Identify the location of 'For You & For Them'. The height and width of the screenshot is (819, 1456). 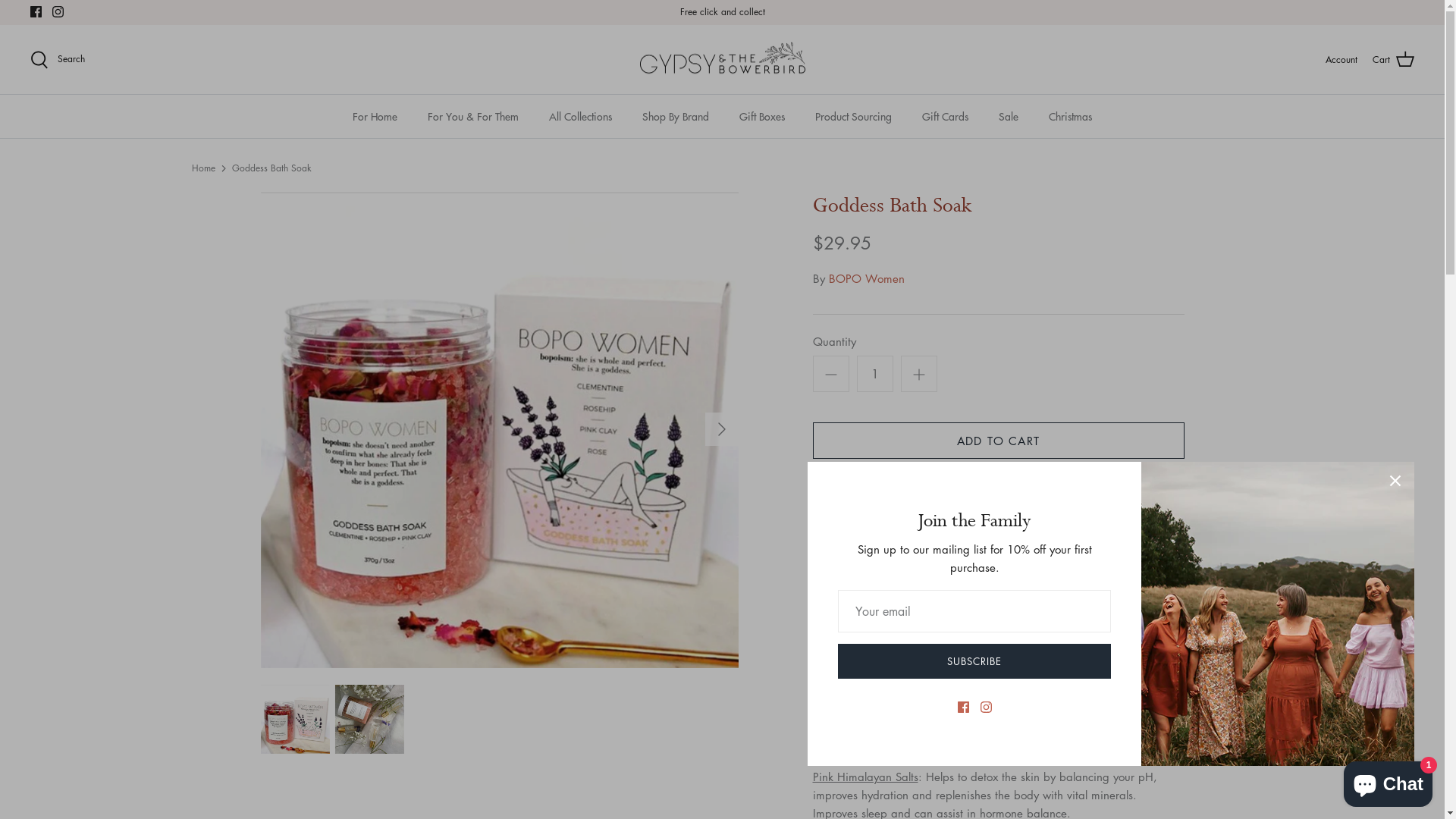
(472, 115).